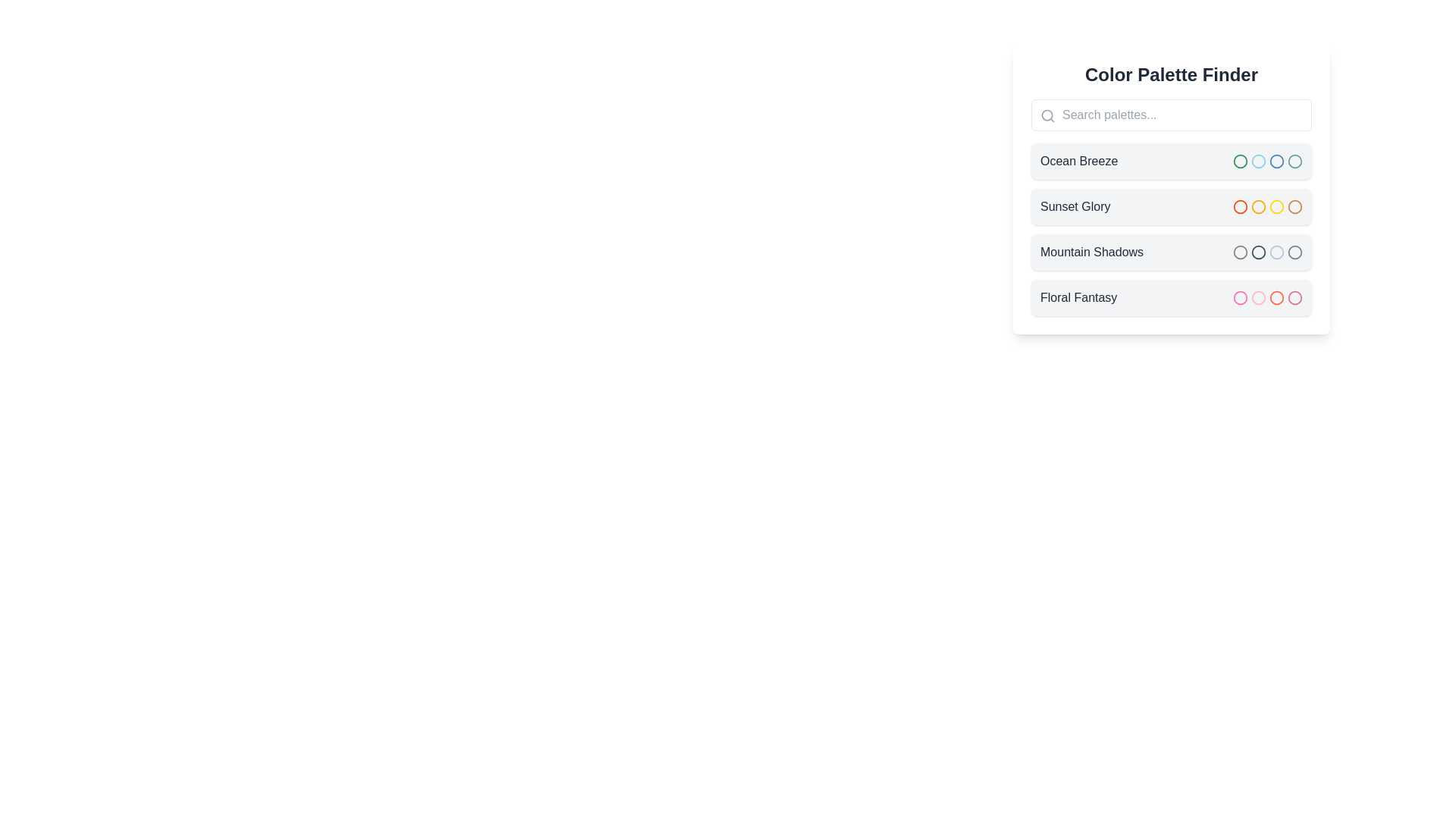 This screenshot has width=1456, height=819. Describe the element at coordinates (1241, 251) in the screenshot. I see `the first circle icon in the 'Mountain Shadows' palette row, which serves as a color preview or selector` at that location.